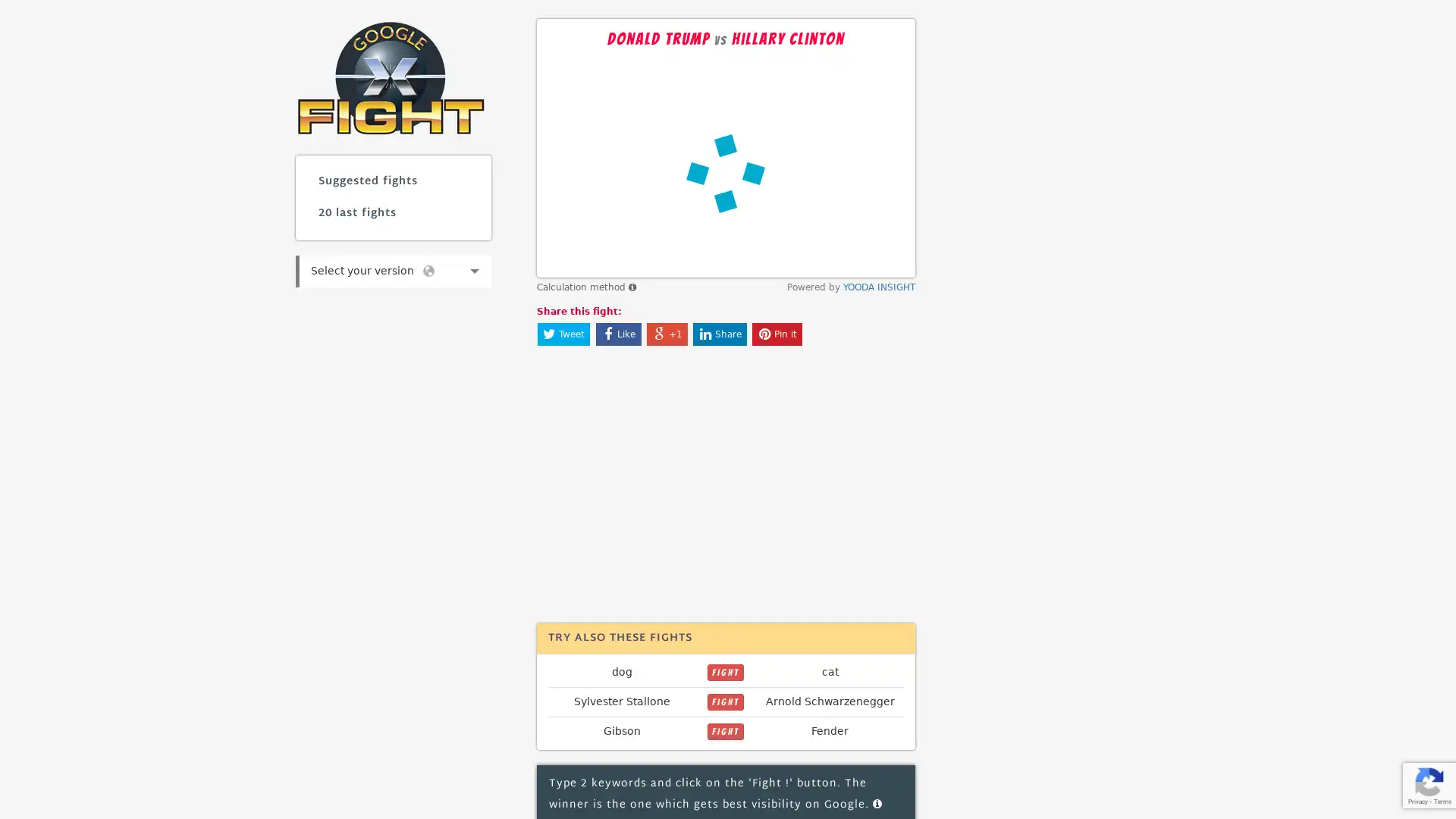 This screenshot has height=819, width=1456. What do you see at coordinates (724, 730) in the screenshot?
I see `FIGHT` at bounding box center [724, 730].